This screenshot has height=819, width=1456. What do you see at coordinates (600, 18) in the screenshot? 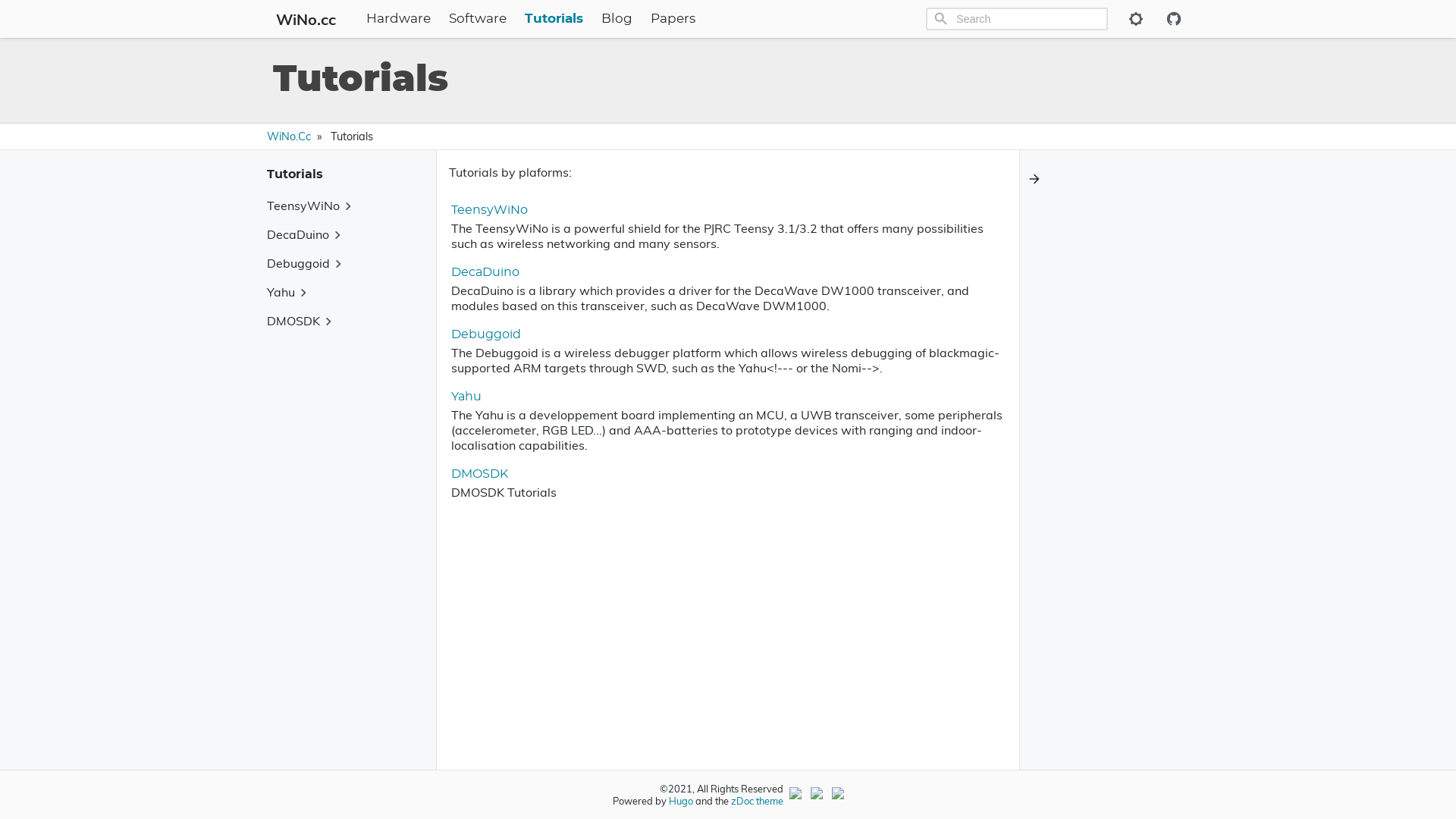
I see `'Blog'` at bounding box center [600, 18].